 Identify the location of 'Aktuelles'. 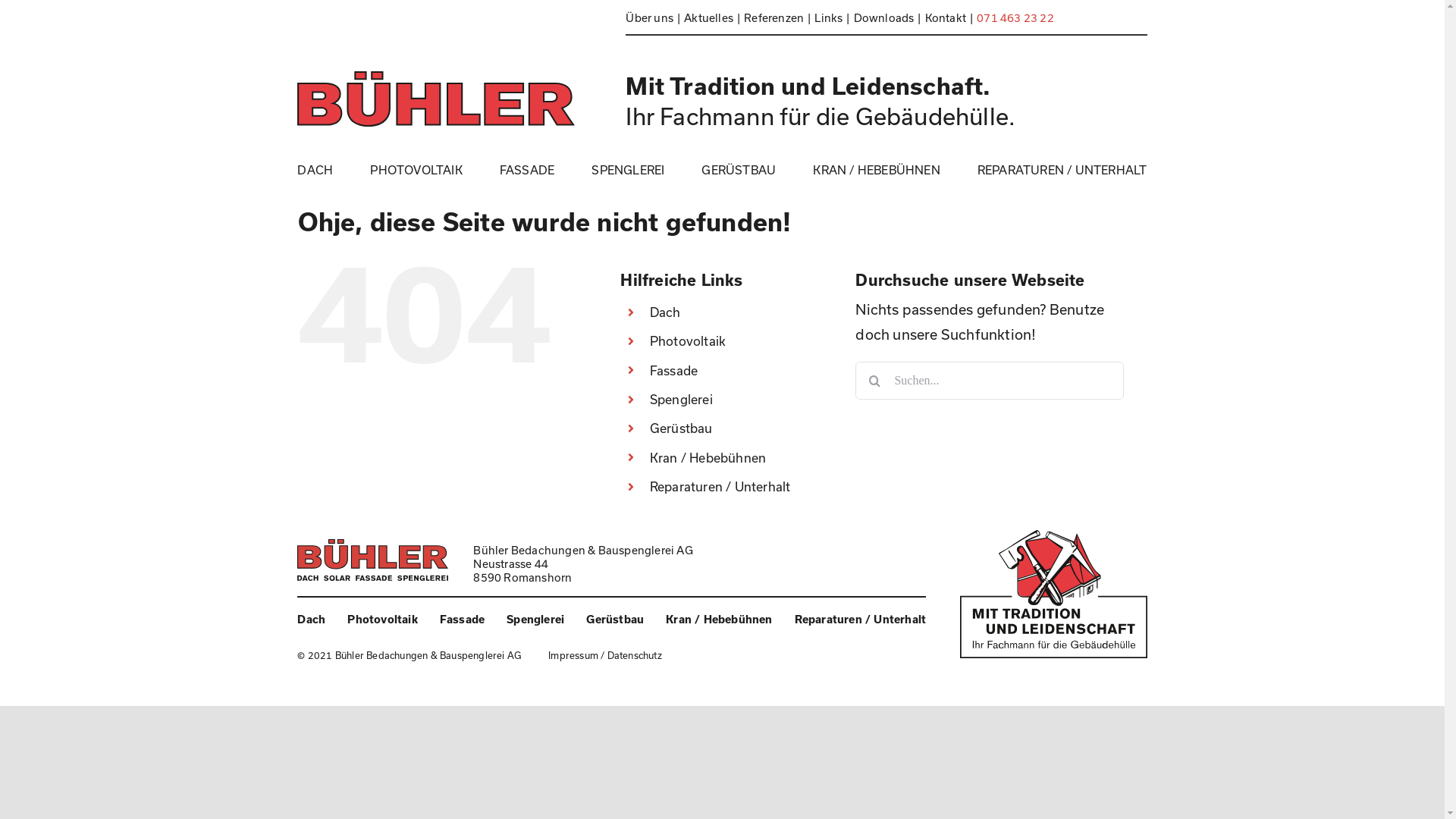
(713, 17).